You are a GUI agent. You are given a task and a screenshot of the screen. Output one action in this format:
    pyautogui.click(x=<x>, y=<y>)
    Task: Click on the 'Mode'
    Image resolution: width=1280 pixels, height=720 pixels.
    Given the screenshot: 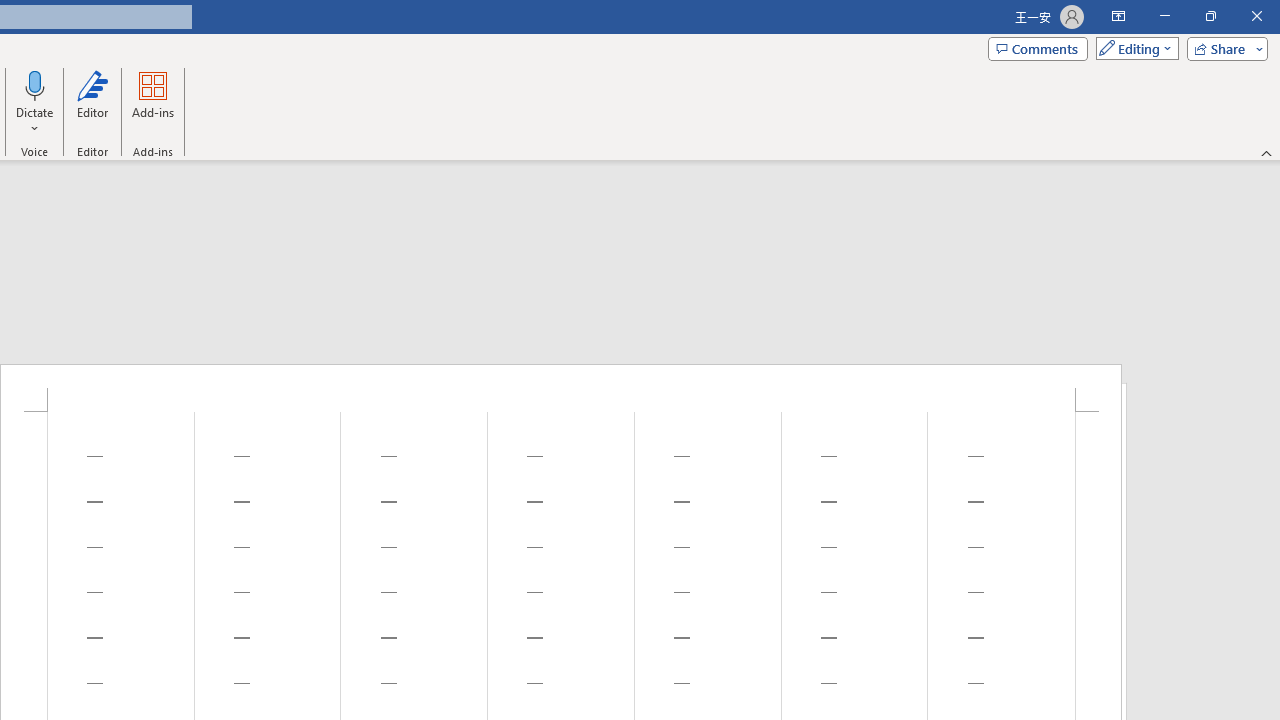 What is the action you would take?
    pyautogui.click(x=1133, y=47)
    